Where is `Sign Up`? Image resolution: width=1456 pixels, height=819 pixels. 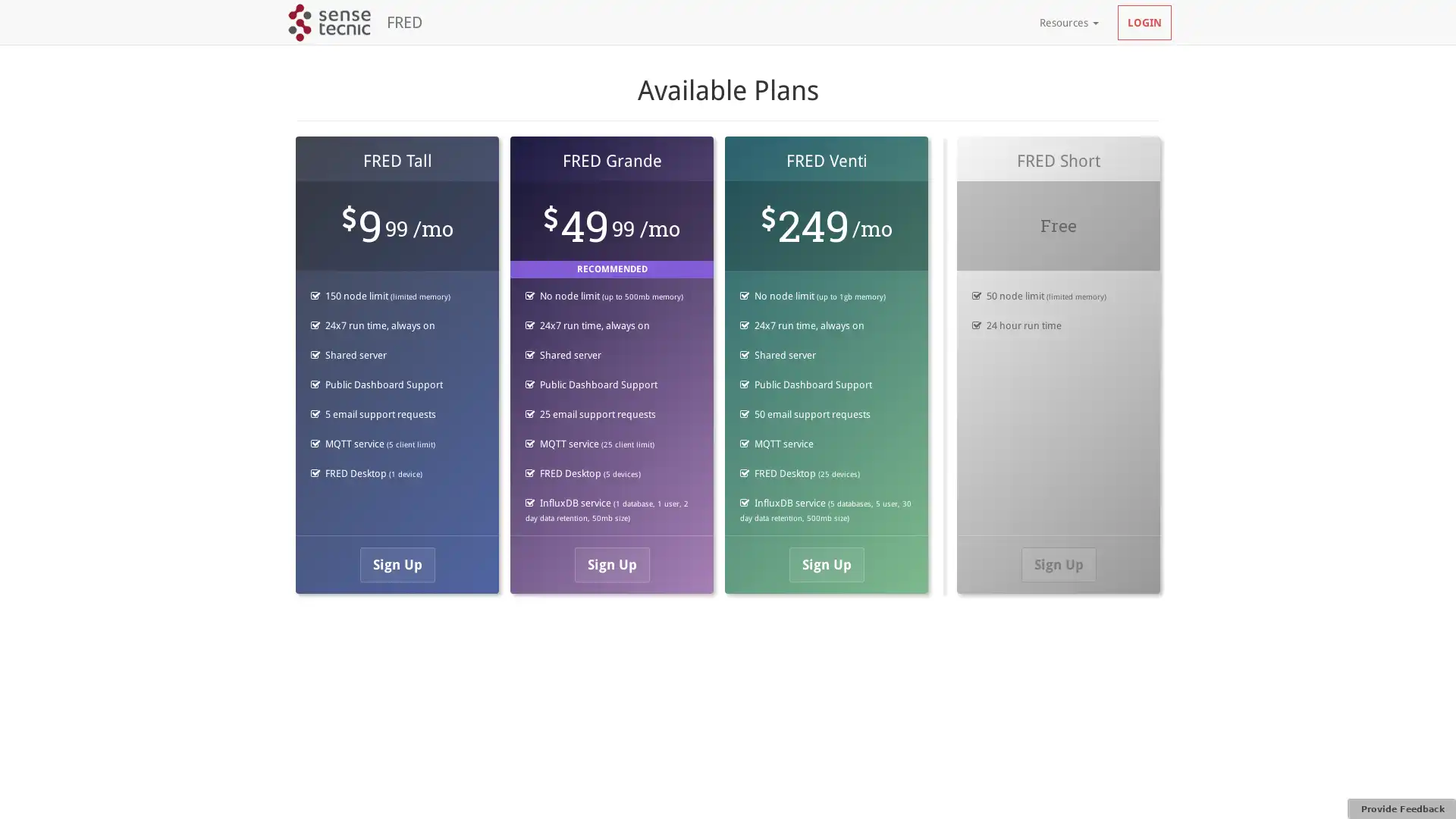 Sign Up is located at coordinates (825, 564).